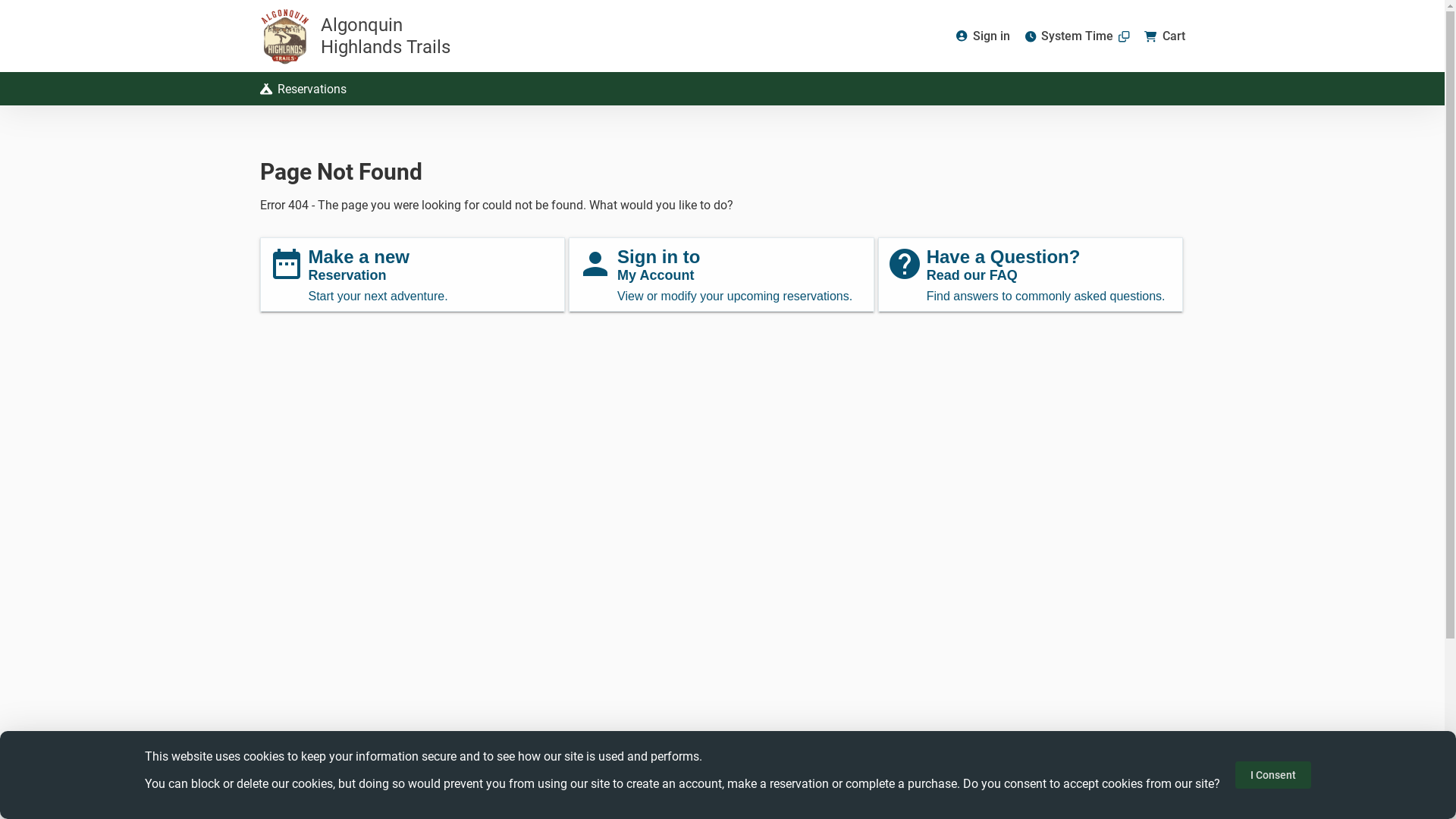  I want to click on 'Cart', so click(1163, 35).